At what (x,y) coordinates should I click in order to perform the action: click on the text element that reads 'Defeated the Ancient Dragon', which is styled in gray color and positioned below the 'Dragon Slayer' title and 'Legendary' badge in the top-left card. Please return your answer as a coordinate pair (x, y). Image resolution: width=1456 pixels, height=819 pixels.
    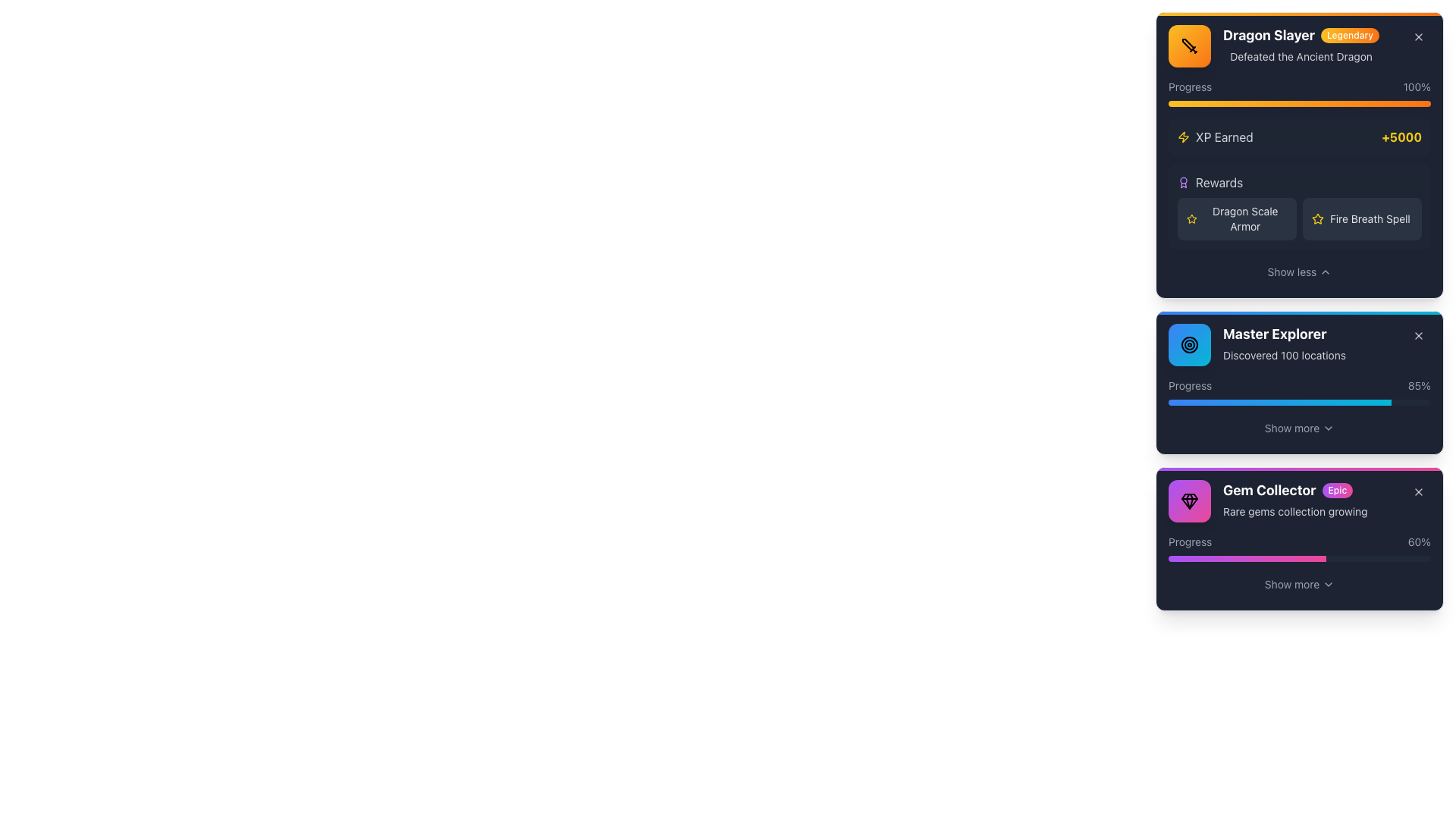
    Looking at the image, I should click on (1301, 55).